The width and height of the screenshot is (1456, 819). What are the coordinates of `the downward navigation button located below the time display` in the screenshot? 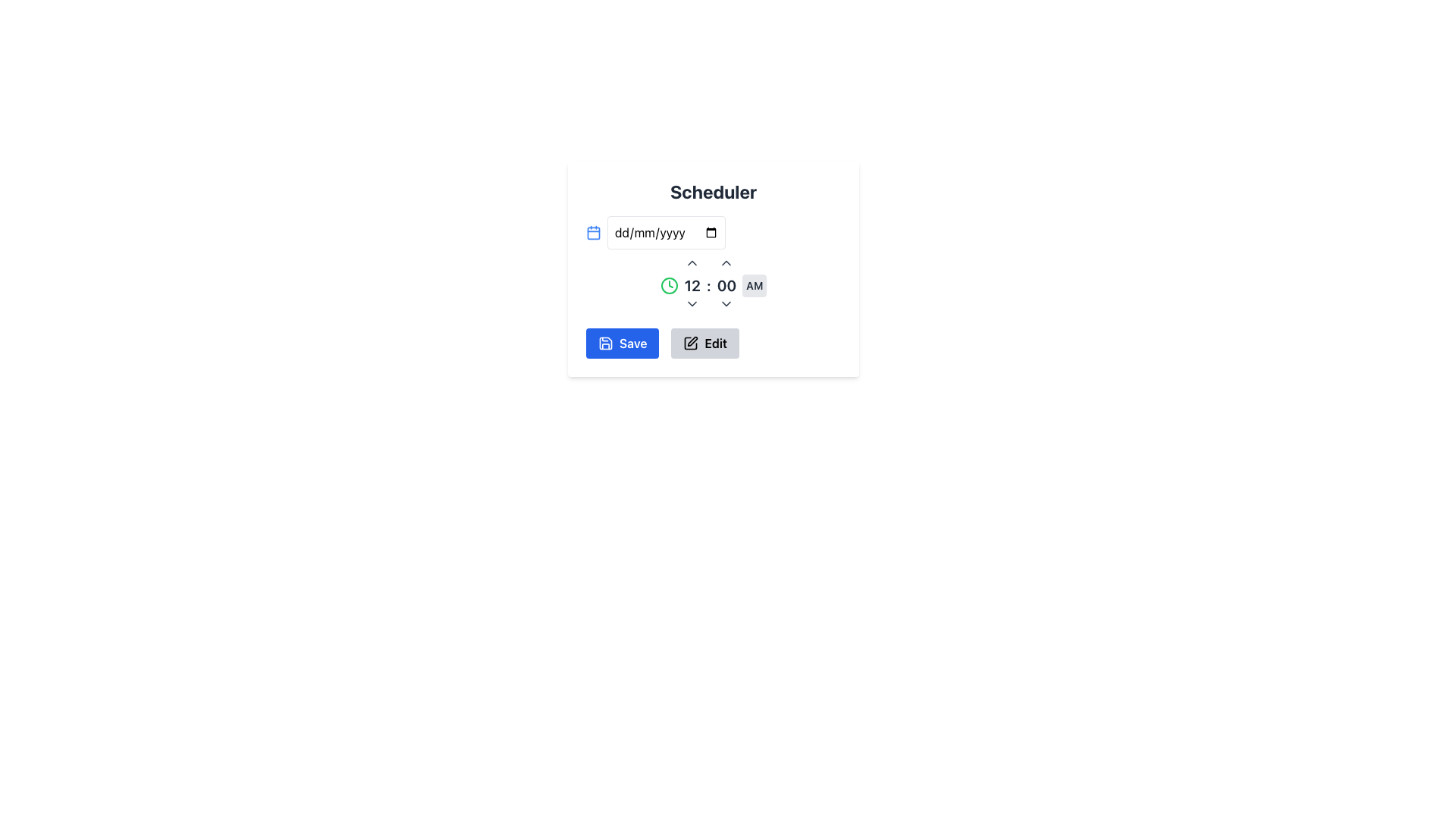 It's located at (726, 304).